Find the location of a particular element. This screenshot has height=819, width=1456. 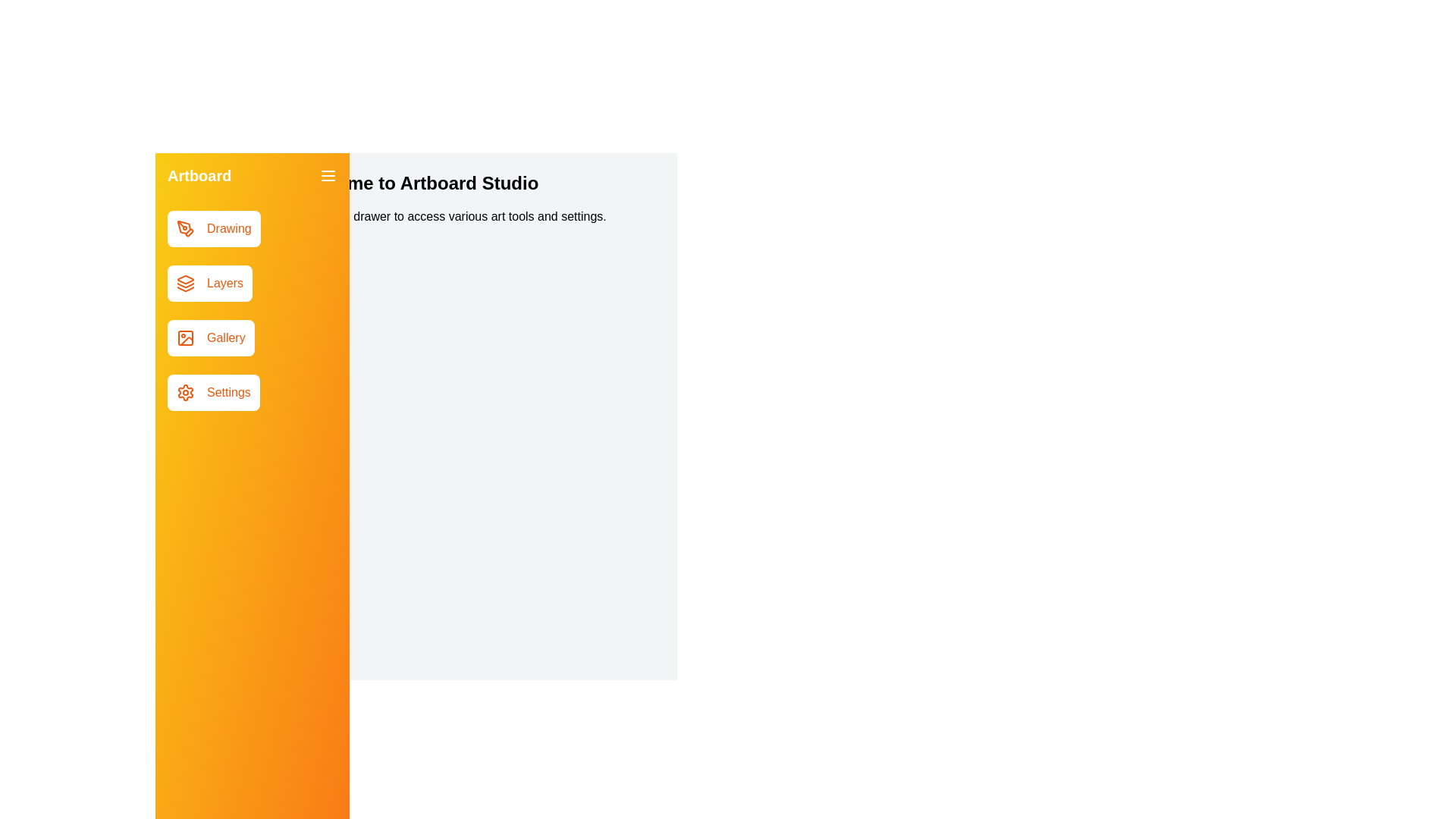

the settings button in the drawer is located at coordinates (212, 391).